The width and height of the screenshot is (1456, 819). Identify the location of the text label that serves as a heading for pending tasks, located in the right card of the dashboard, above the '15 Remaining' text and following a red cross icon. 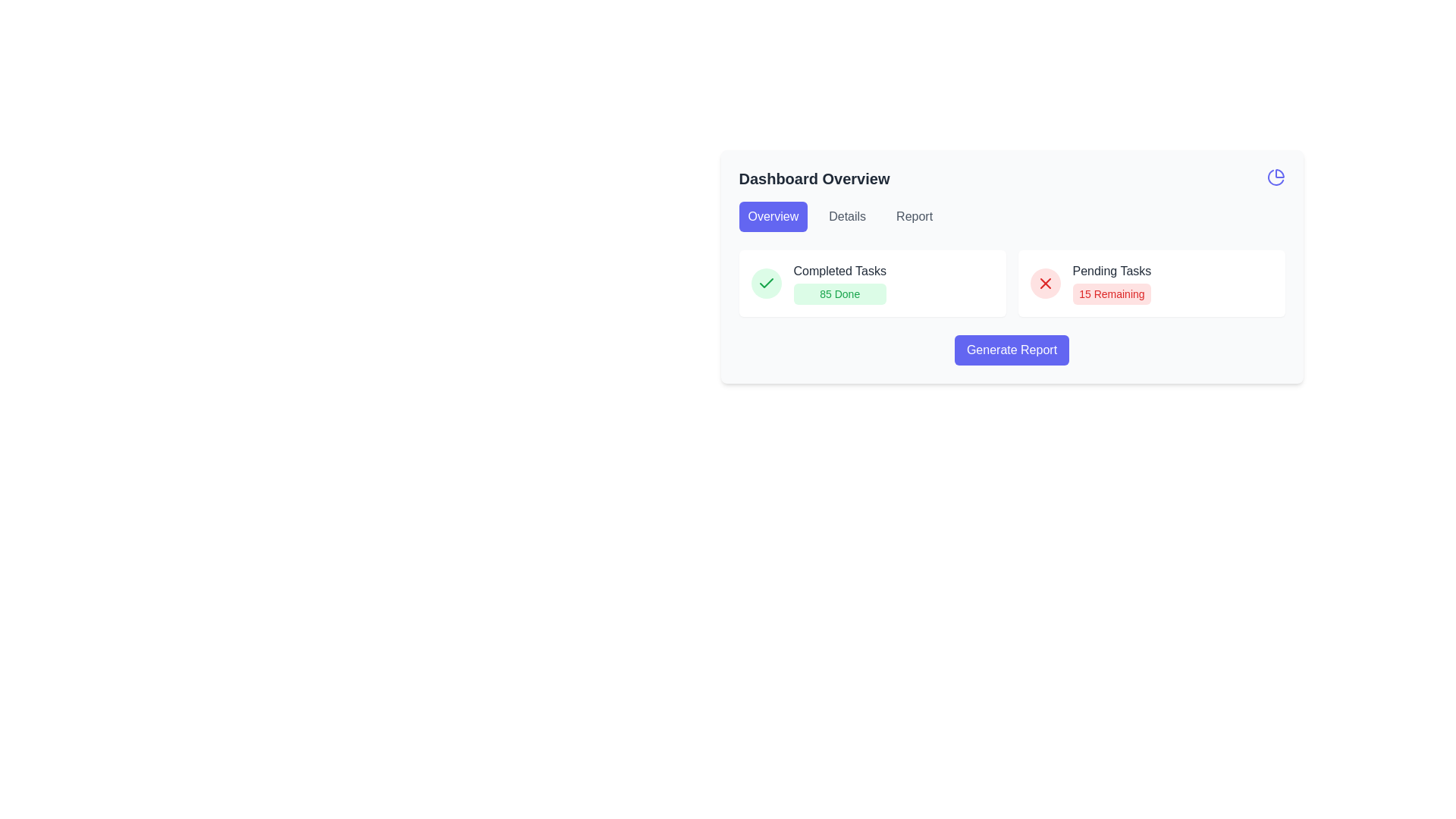
(1112, 271).